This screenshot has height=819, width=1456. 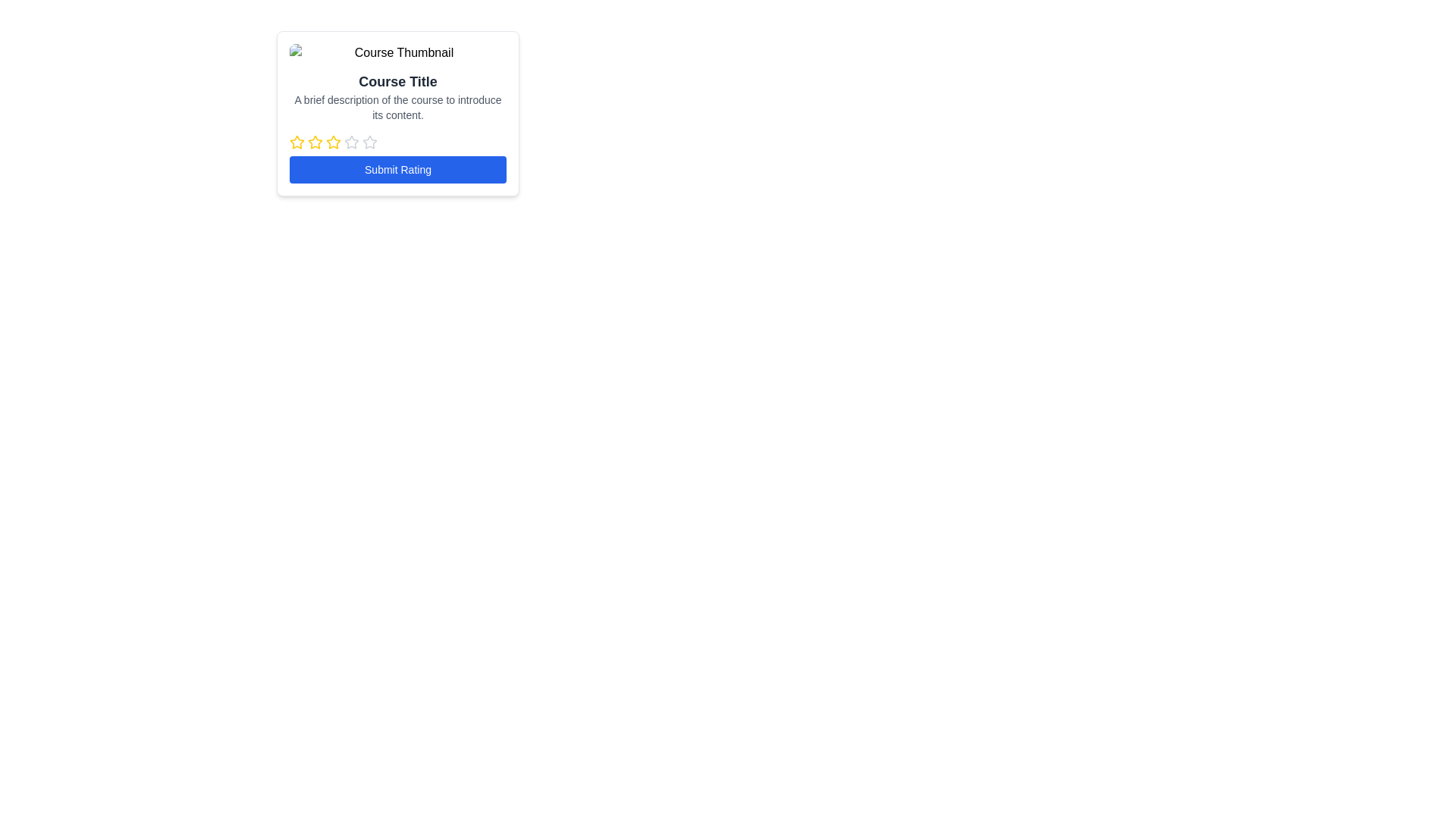 What do you see at coordinates (297, 143) in the screenshot?
I see `the first star in the rating system` at bounding box center [297, 143].